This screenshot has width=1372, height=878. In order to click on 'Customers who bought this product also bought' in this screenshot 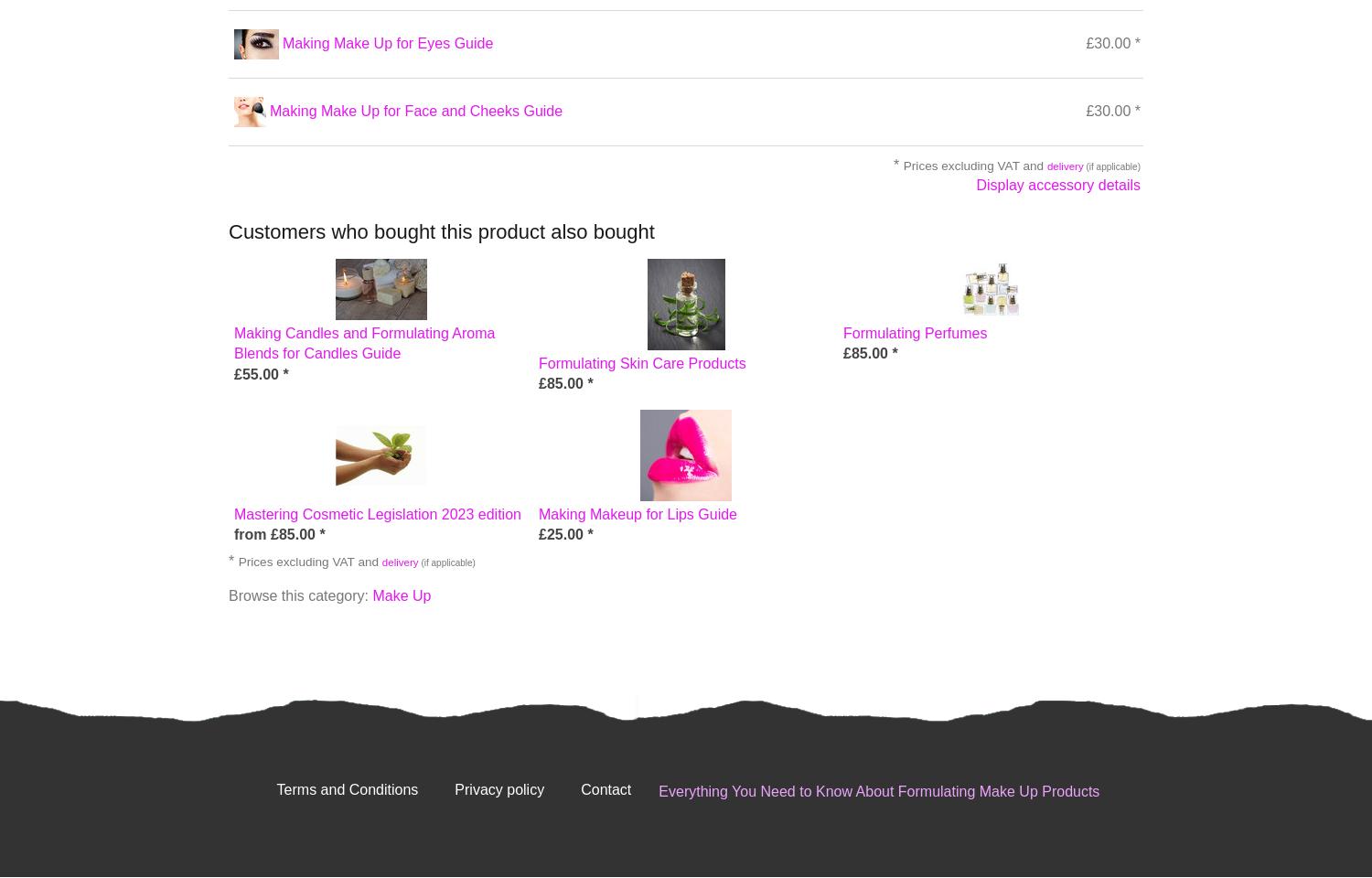, I will do `click(440, 230)`.